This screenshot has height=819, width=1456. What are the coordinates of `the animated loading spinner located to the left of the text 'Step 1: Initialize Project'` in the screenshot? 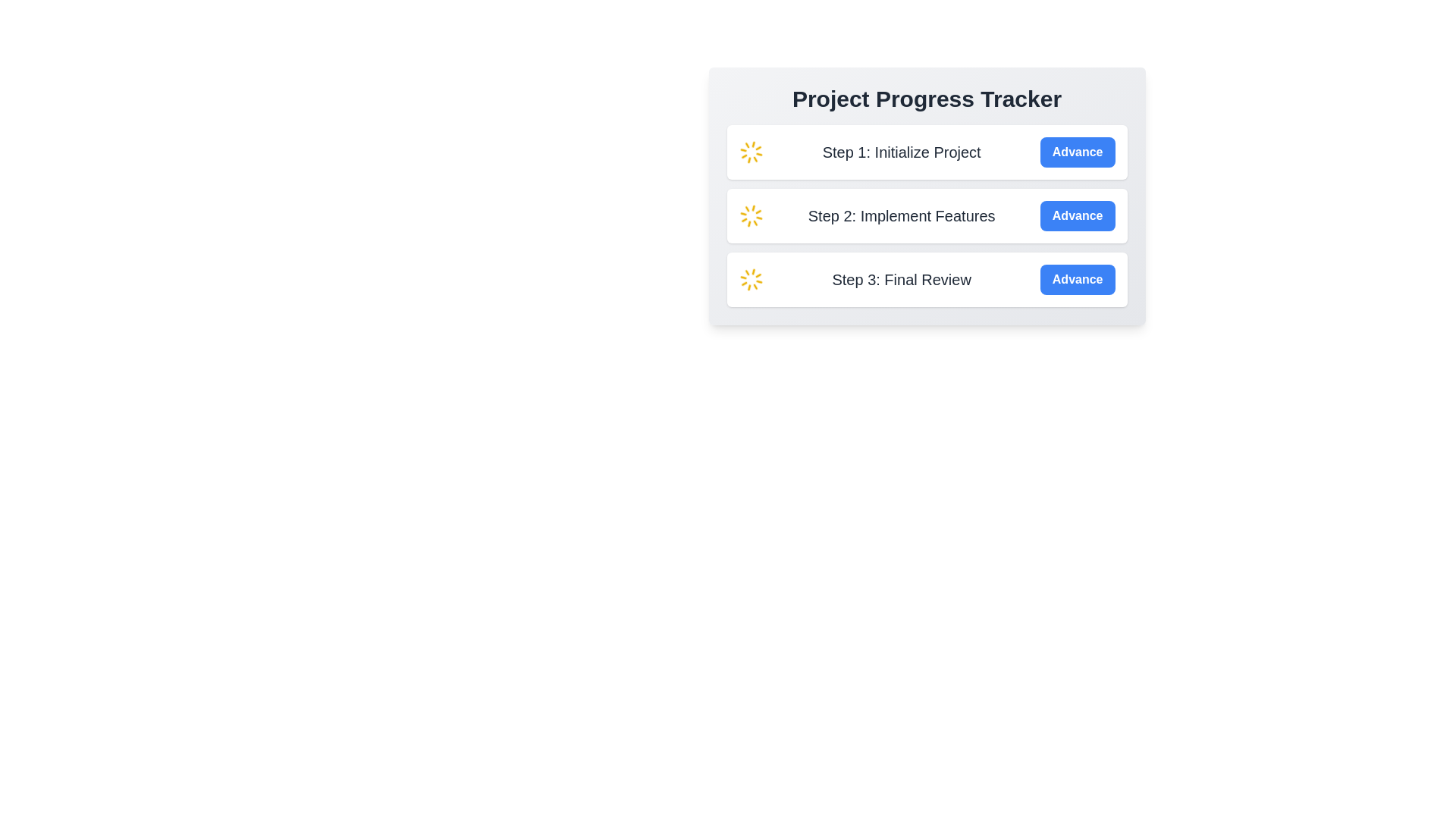 It's located at (751, 152).